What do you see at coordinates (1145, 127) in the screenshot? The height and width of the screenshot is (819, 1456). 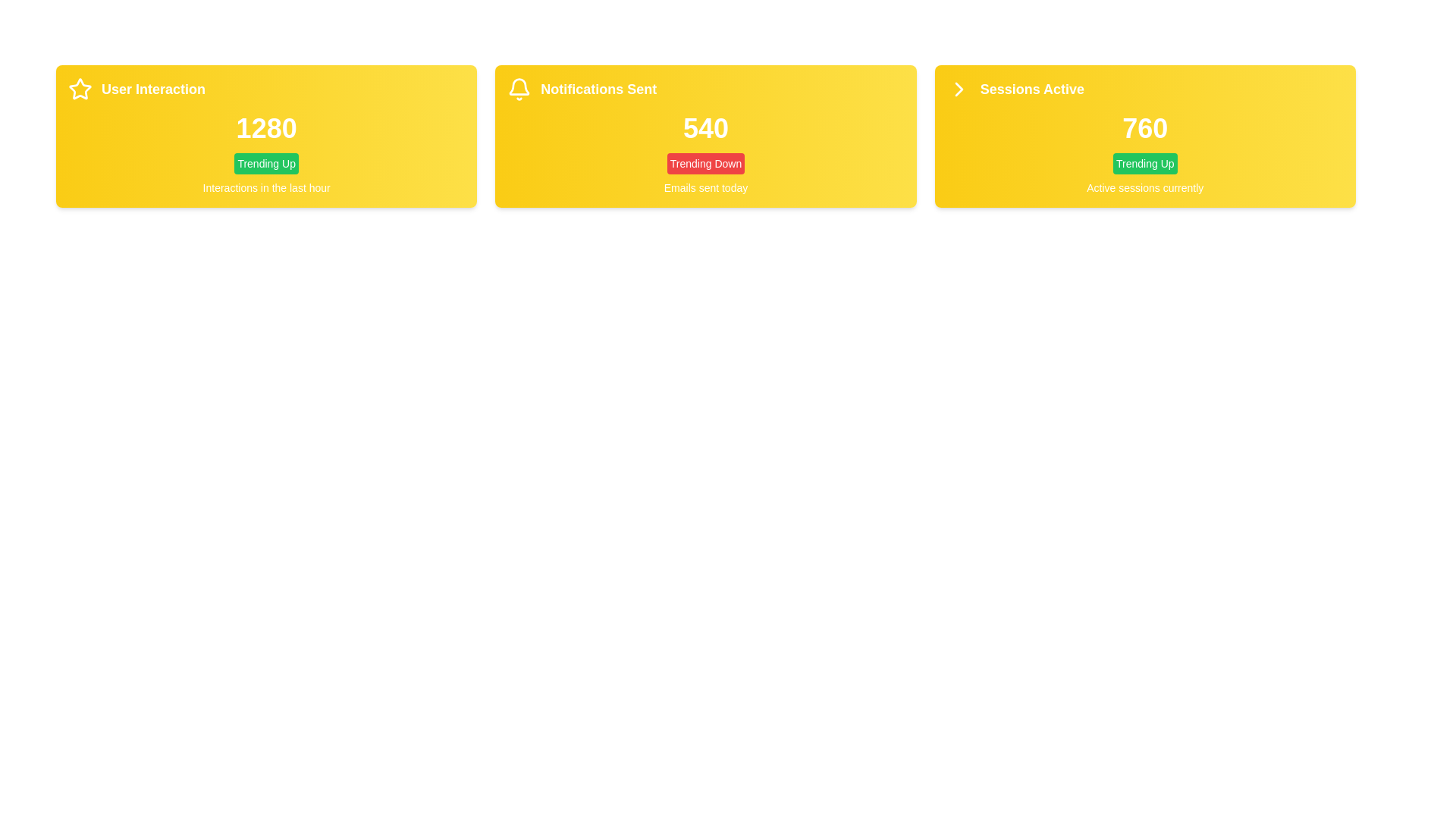 I see `displayed value '760' from the Text label located in the third yellow card labeled 'Sessions Active' on the dashboard` at bounding box center [1145, 127].